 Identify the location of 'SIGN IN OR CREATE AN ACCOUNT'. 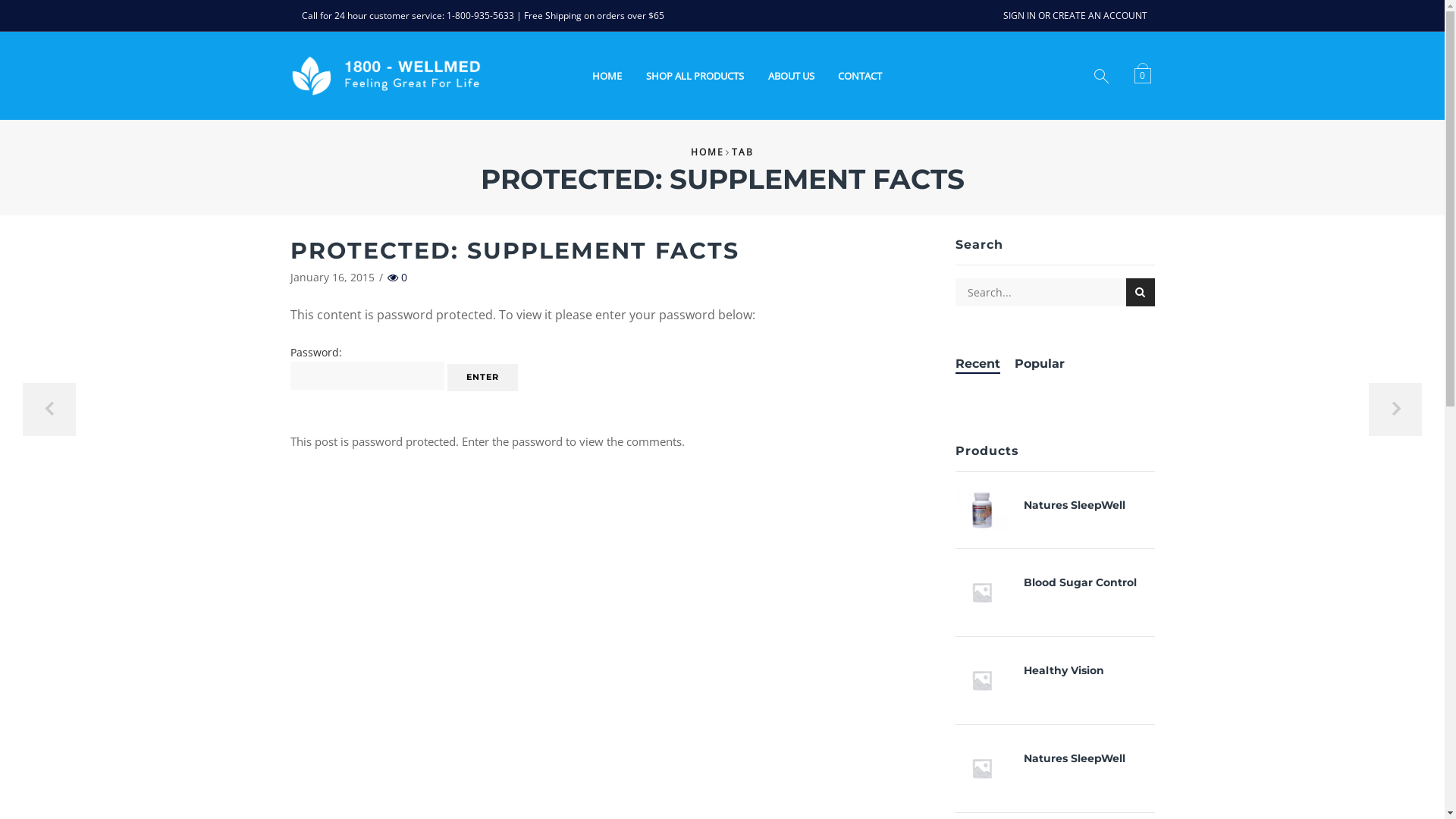
(1073, 15).